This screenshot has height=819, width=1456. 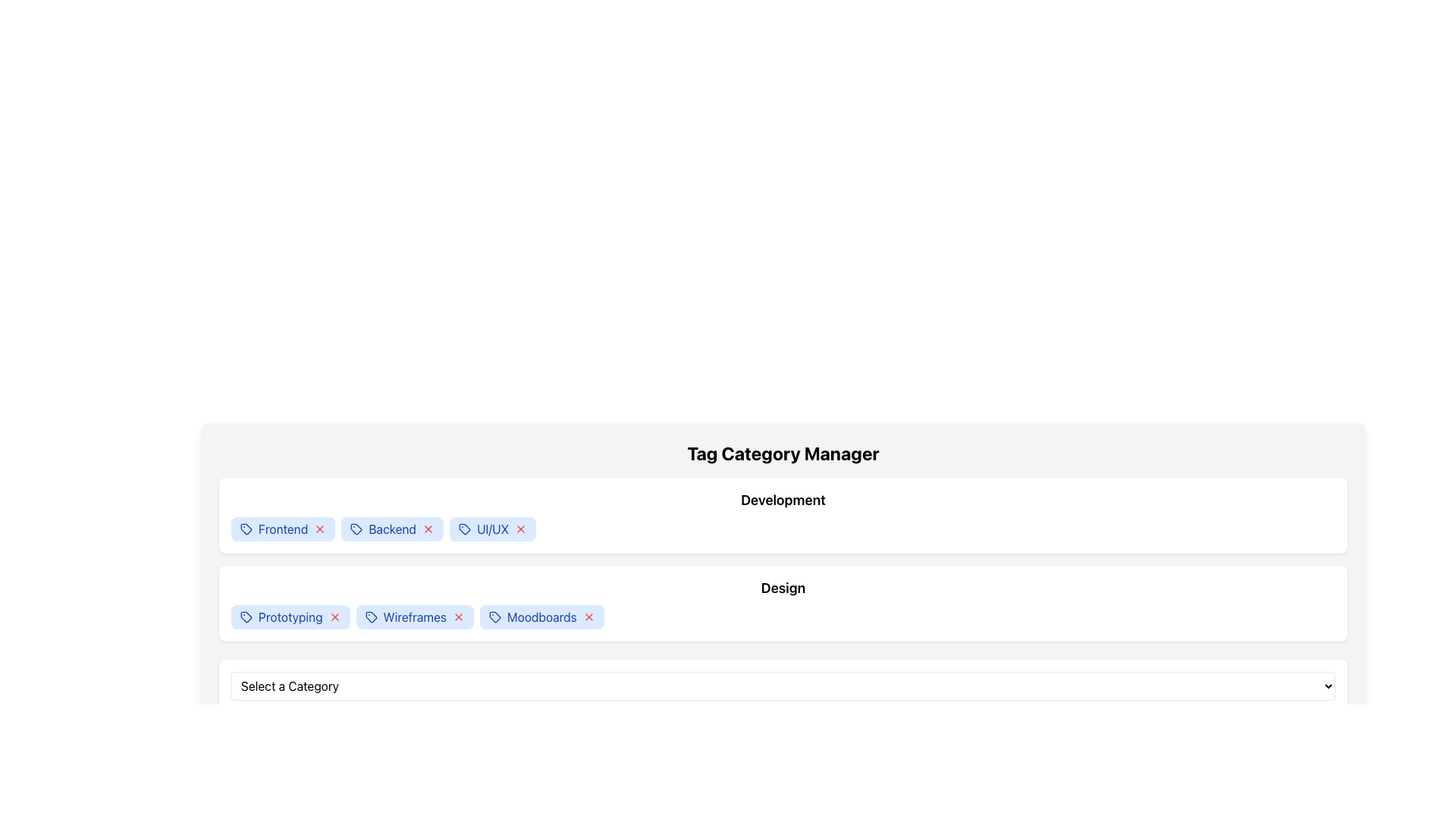 I want to click on the 'Frontend' text label, which is the first tag badge in the 'Development' category, located to the left of the 'Backend' and 'UI/UX' tags, so click(x=283, y=529).